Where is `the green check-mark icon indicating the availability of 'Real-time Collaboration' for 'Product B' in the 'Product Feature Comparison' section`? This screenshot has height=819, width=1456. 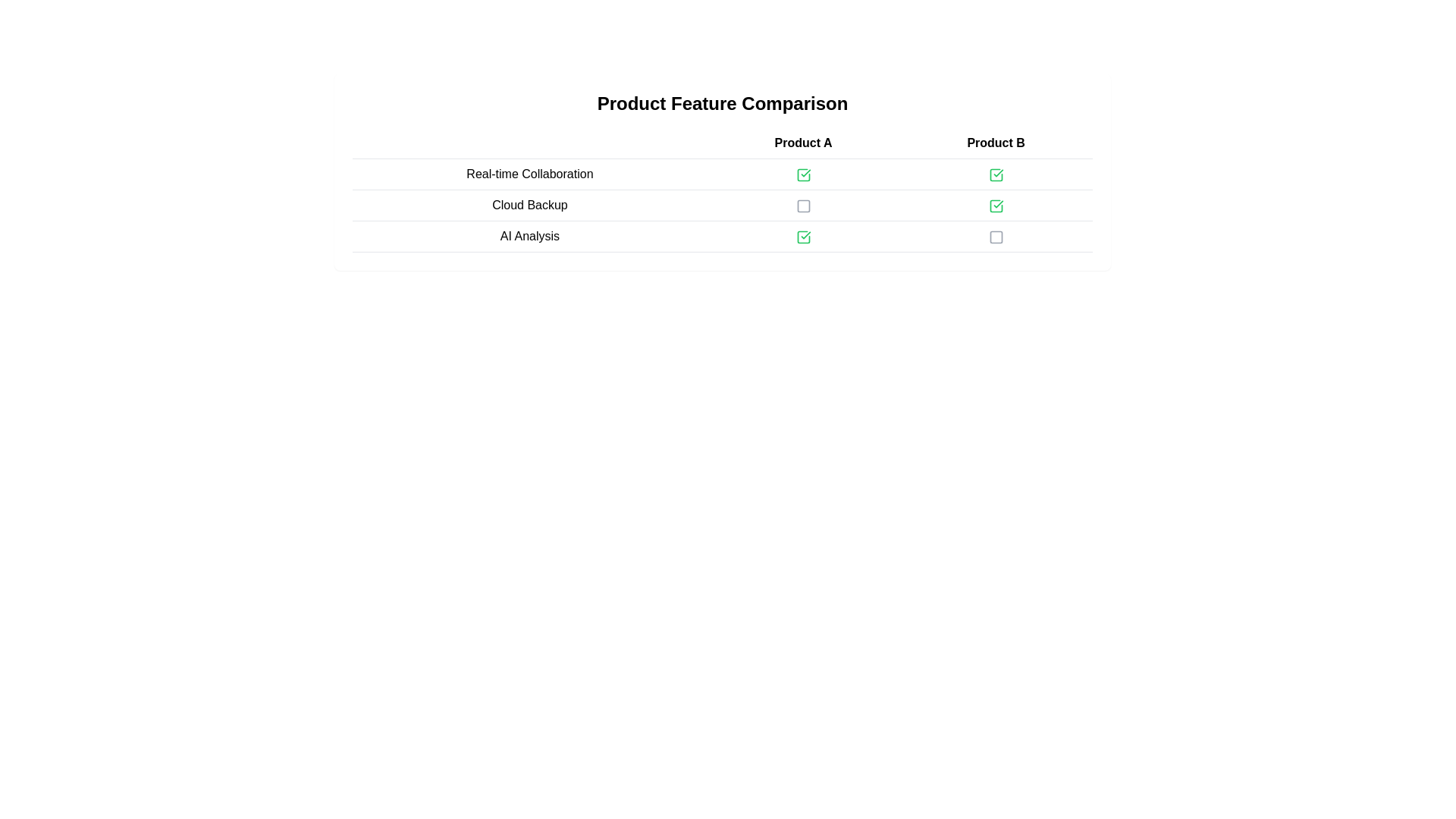
the green check-mark icon indicating the availability of 'Real-time Collaboration' for 'Product B' in the 'Product Feature Comparison' section is located at coordinates (996, 174).